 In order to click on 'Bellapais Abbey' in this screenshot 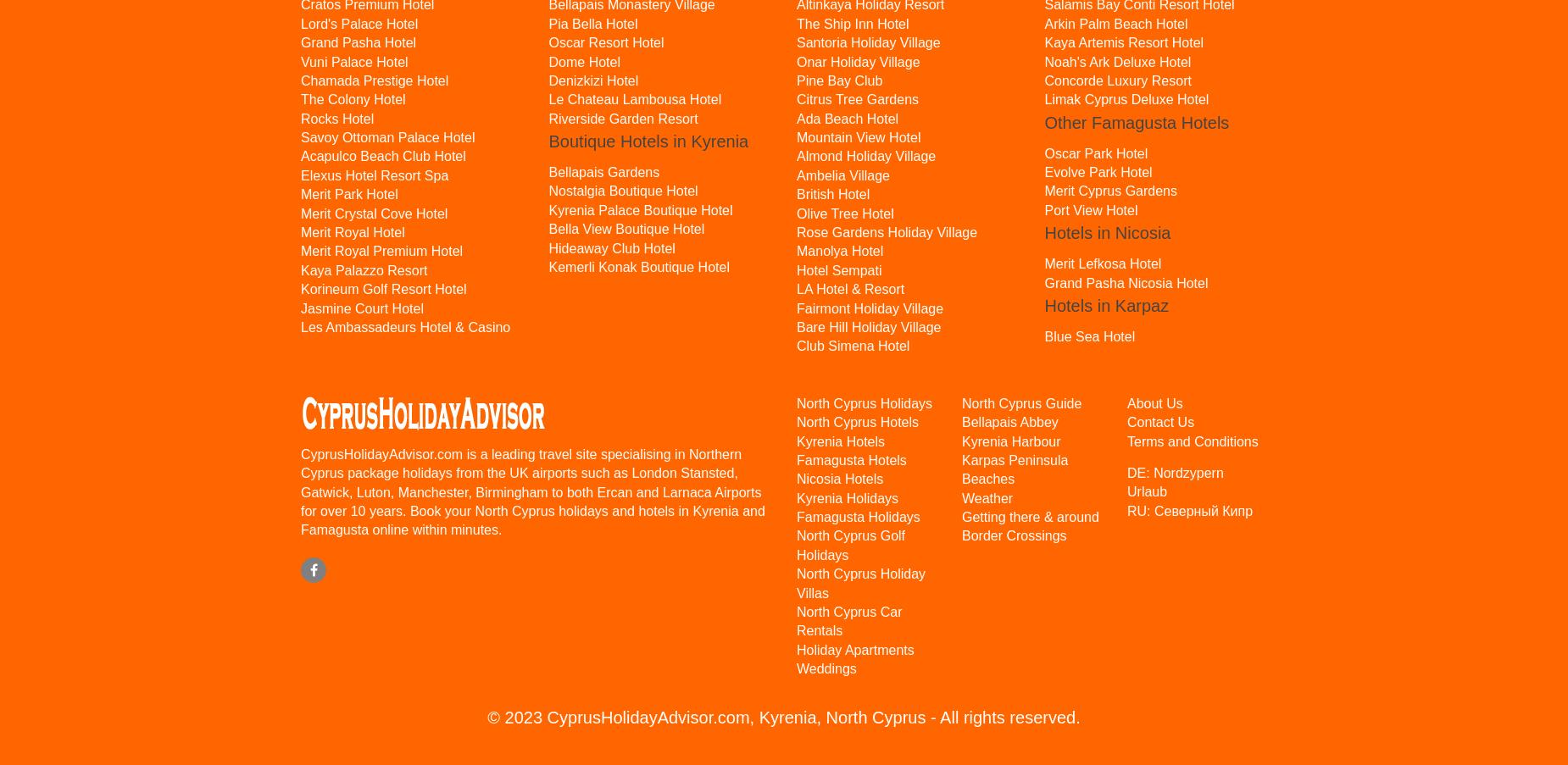, I will do `click(1009, 422)`.